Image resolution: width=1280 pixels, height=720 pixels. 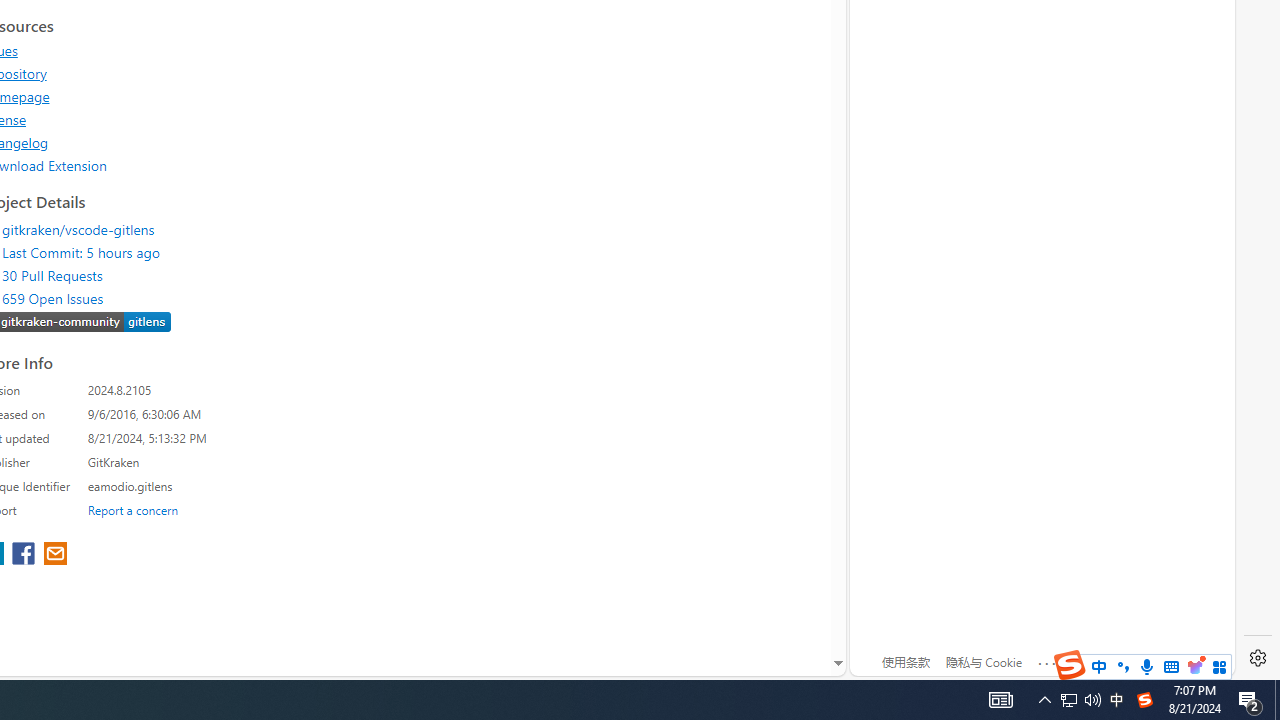 What do you see at coordinates (132, 508) in the screenshot?
I see `'Report a concern'` at bounding box center [132, 508].